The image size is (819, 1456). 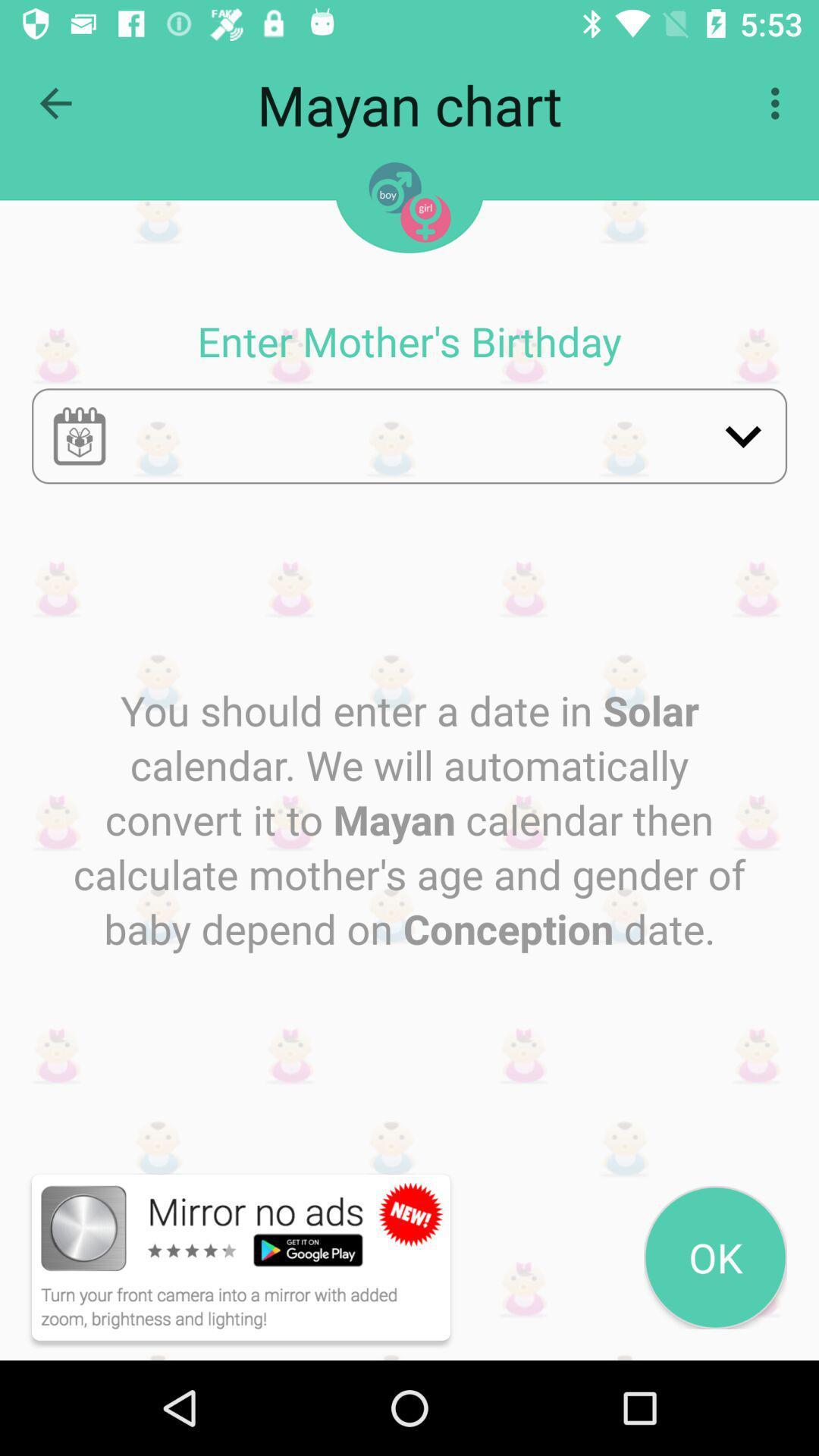 I want to click on calendar button, so click(x=80, y=435).